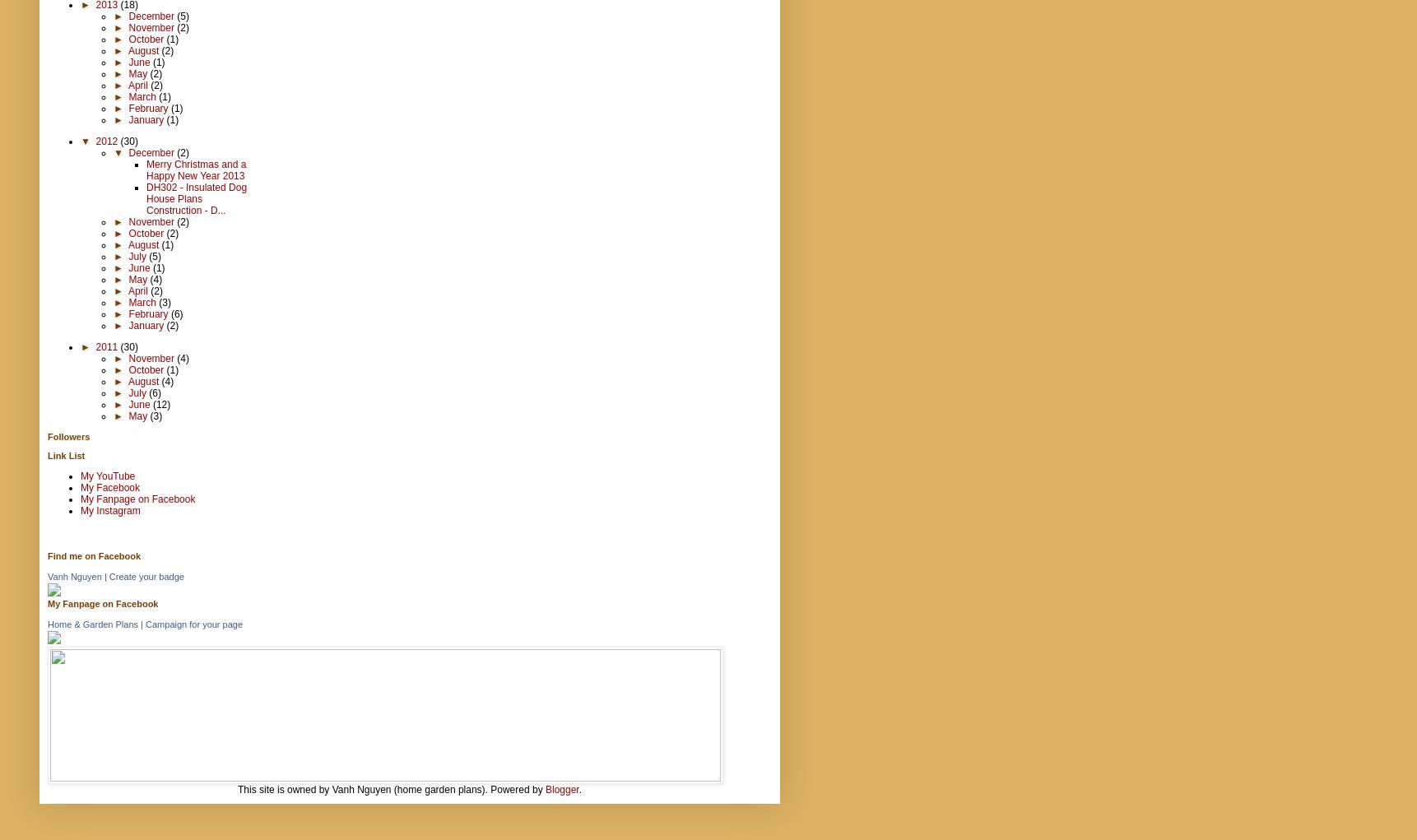 The width and height of the screenshot is (1417, 840). What do you see at coordinates (193, 624) in the screenshot?
I see `'Campaign for your page'` at bounding box center [193, 624].